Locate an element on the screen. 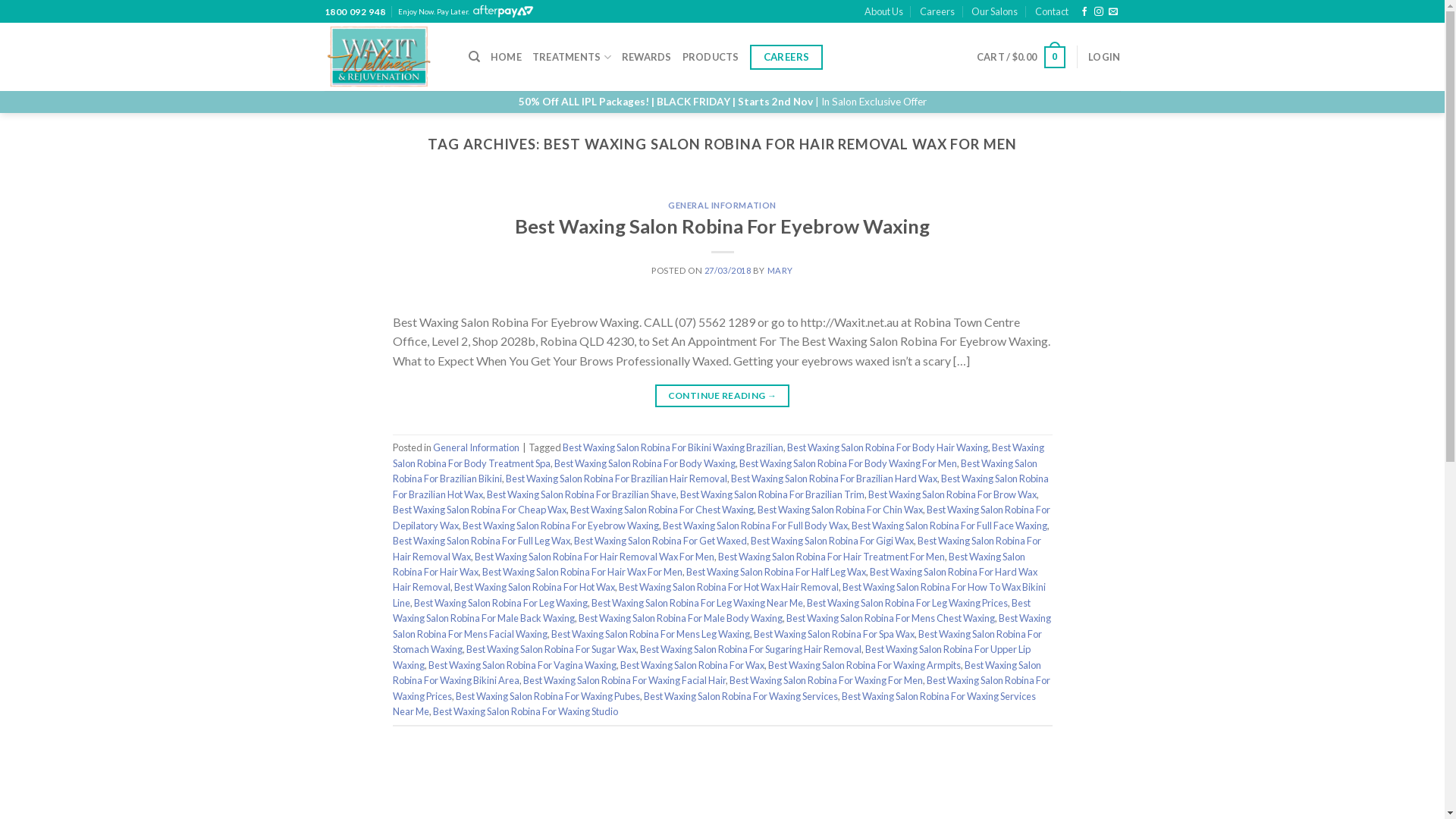 The height and width of the screenshot is (819, 1456). 'Best Waxing Salon Robina For Cheap Wax' is located at coordinates (479, 509).